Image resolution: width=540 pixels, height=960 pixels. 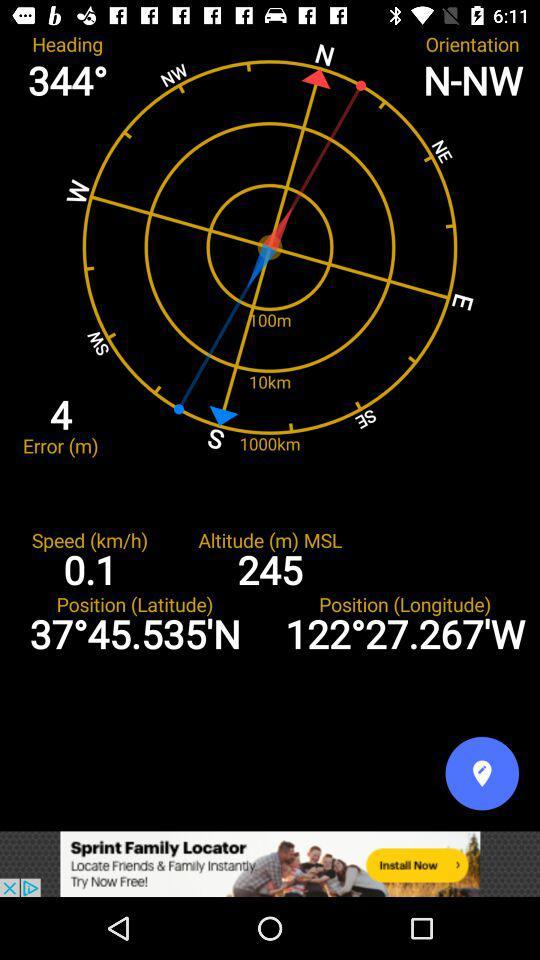 I want to click on pin, so click(x=481, y=772).